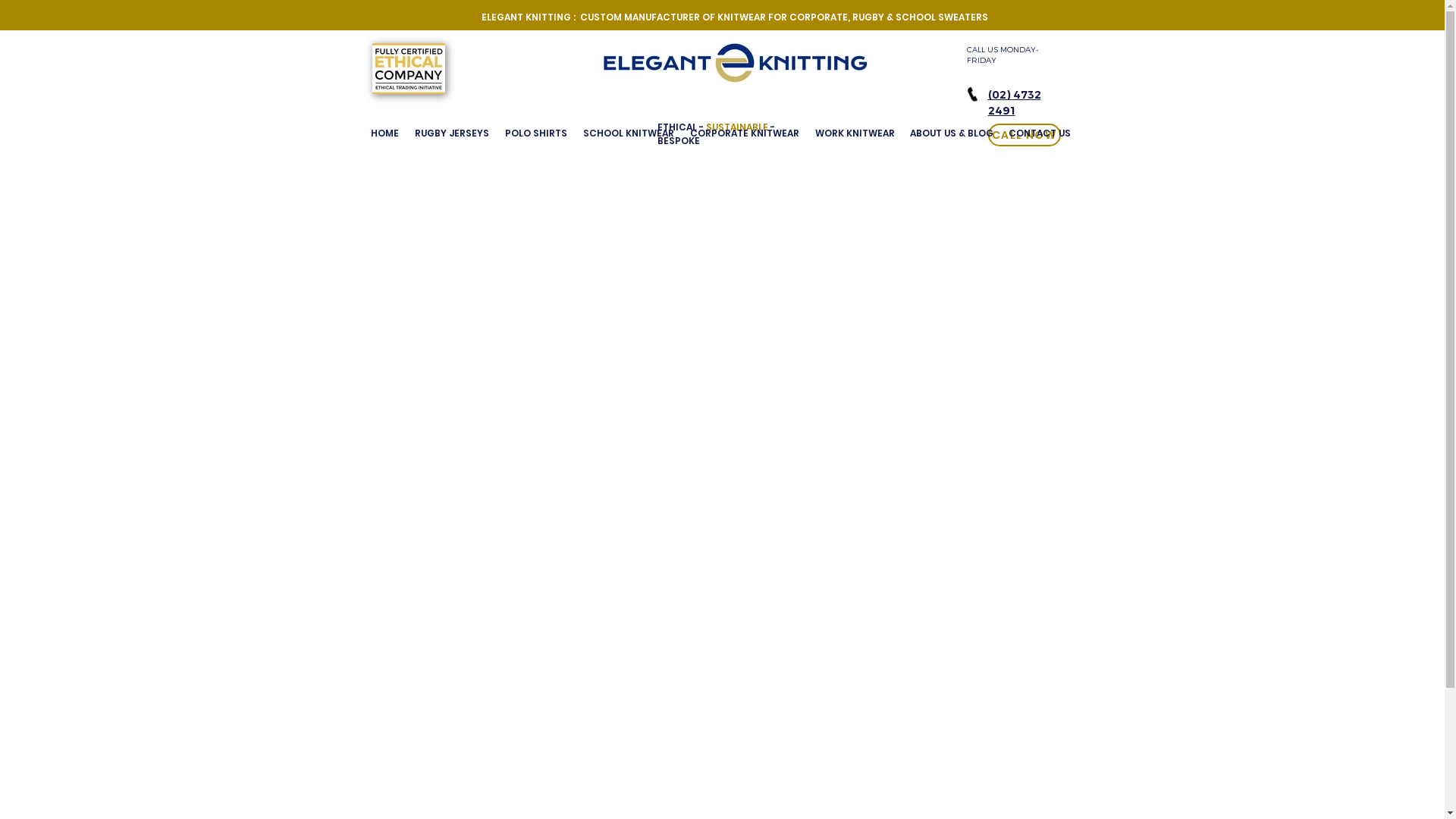 The height and width of the screenshot is (819, 1456). Describe the element at coordinates (536, 133) in the screenshot. I see `'POLO SHIRTS'` at that location.